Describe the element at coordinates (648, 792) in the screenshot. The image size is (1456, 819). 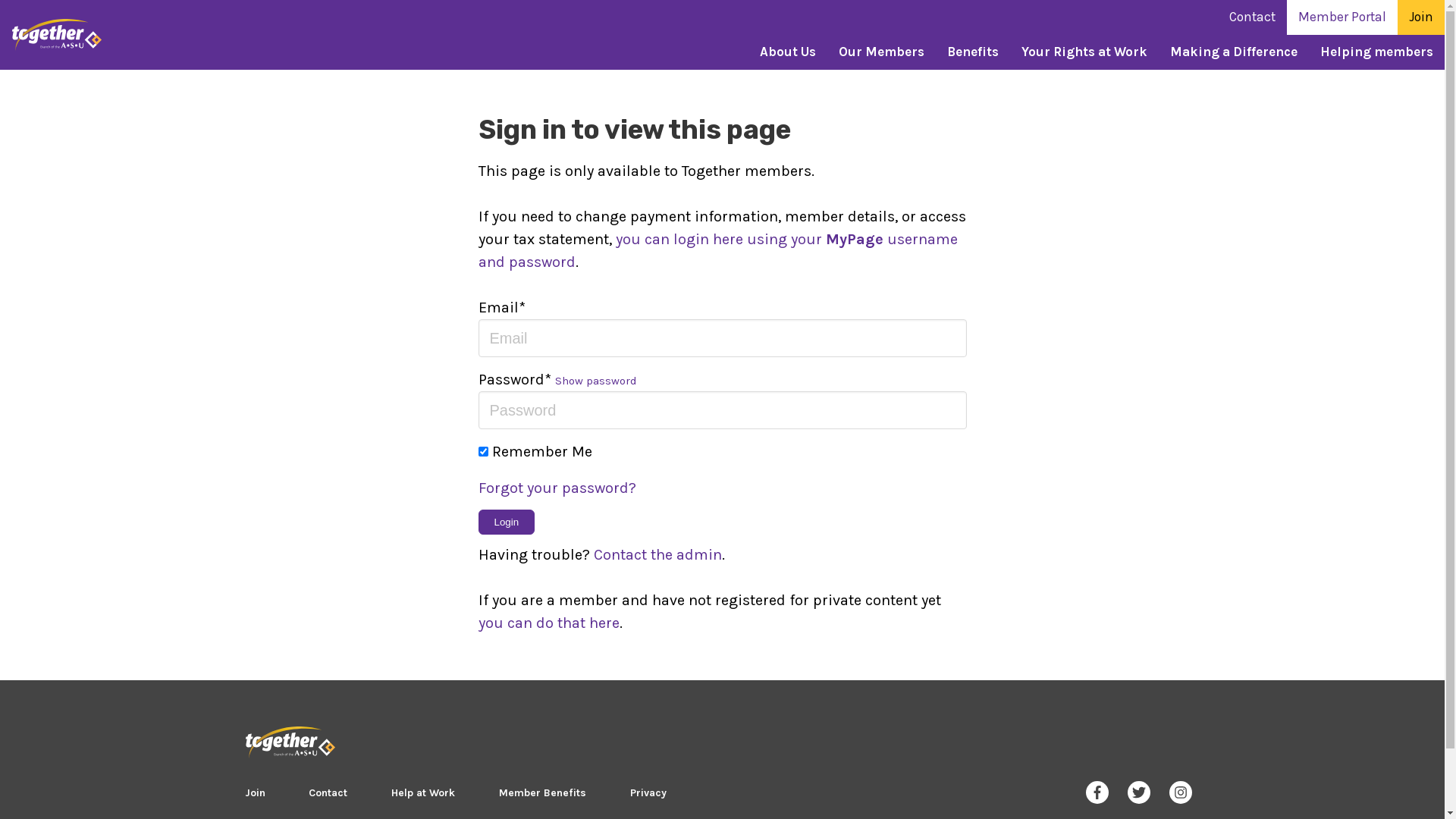
I see `'Privacy'` at that location.